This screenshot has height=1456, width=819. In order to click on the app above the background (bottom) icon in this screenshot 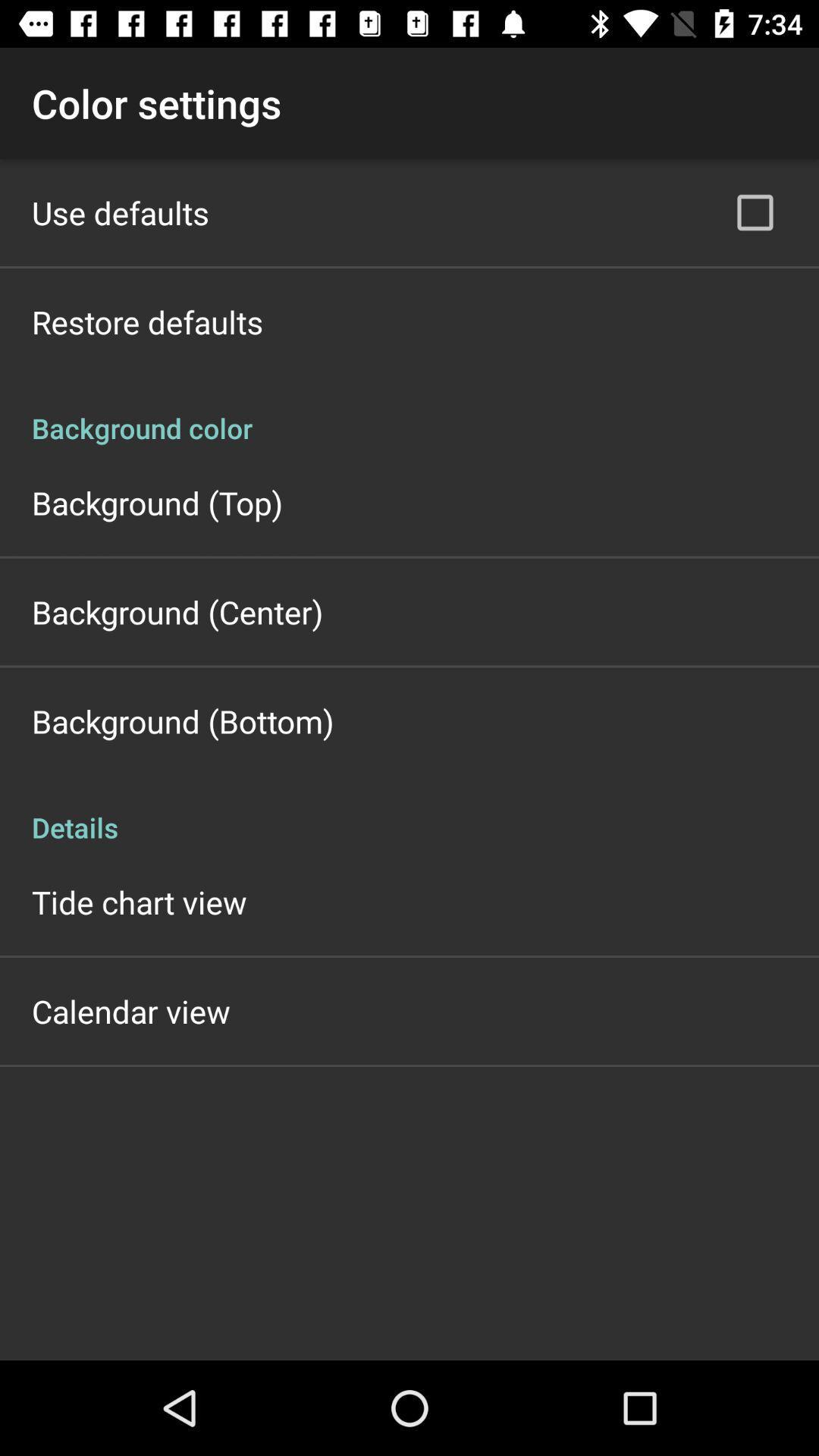, I will do `click(177, 611)`.